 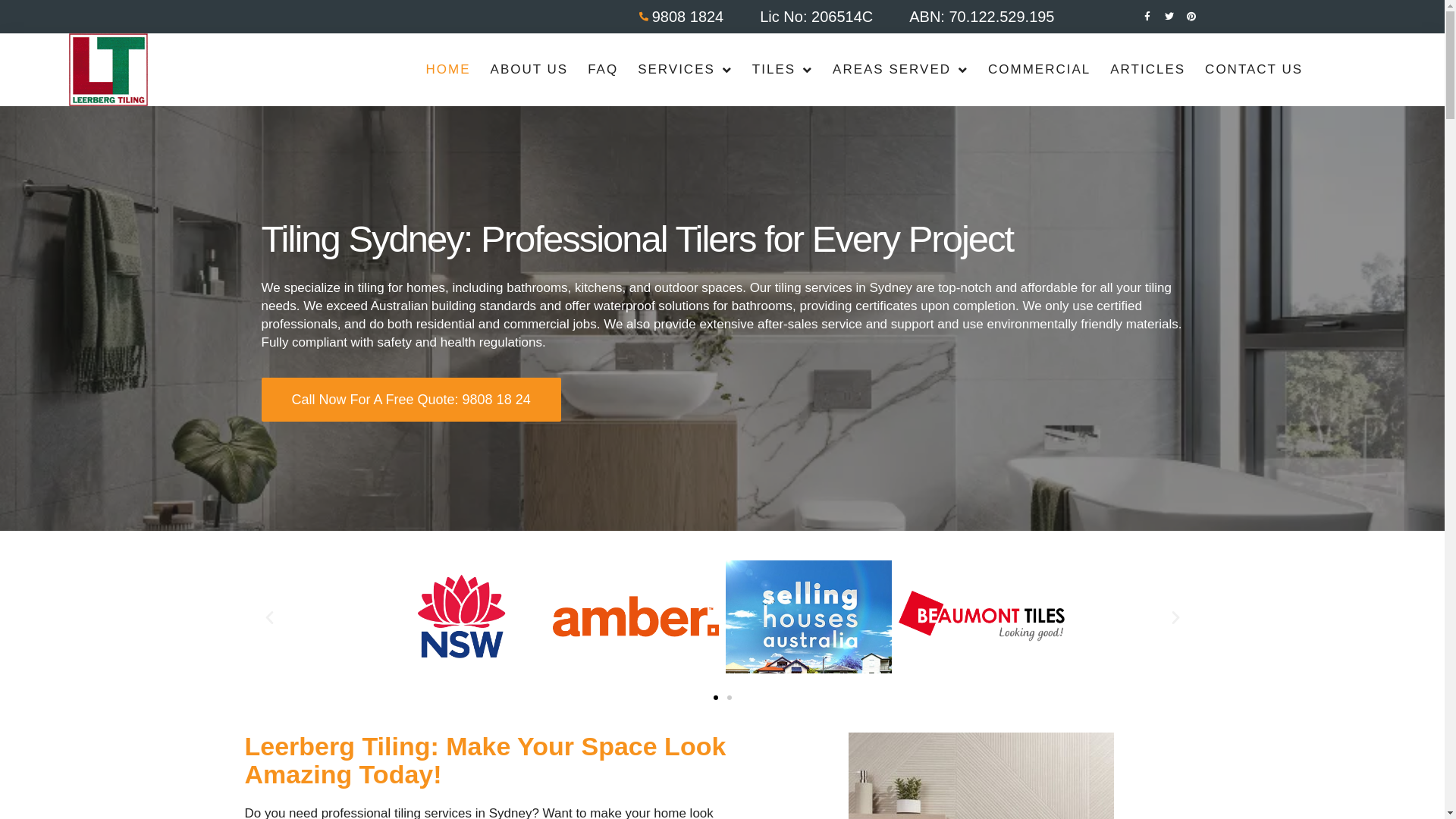 I want to click on 'SERVICES', so click(x=684, y=70).